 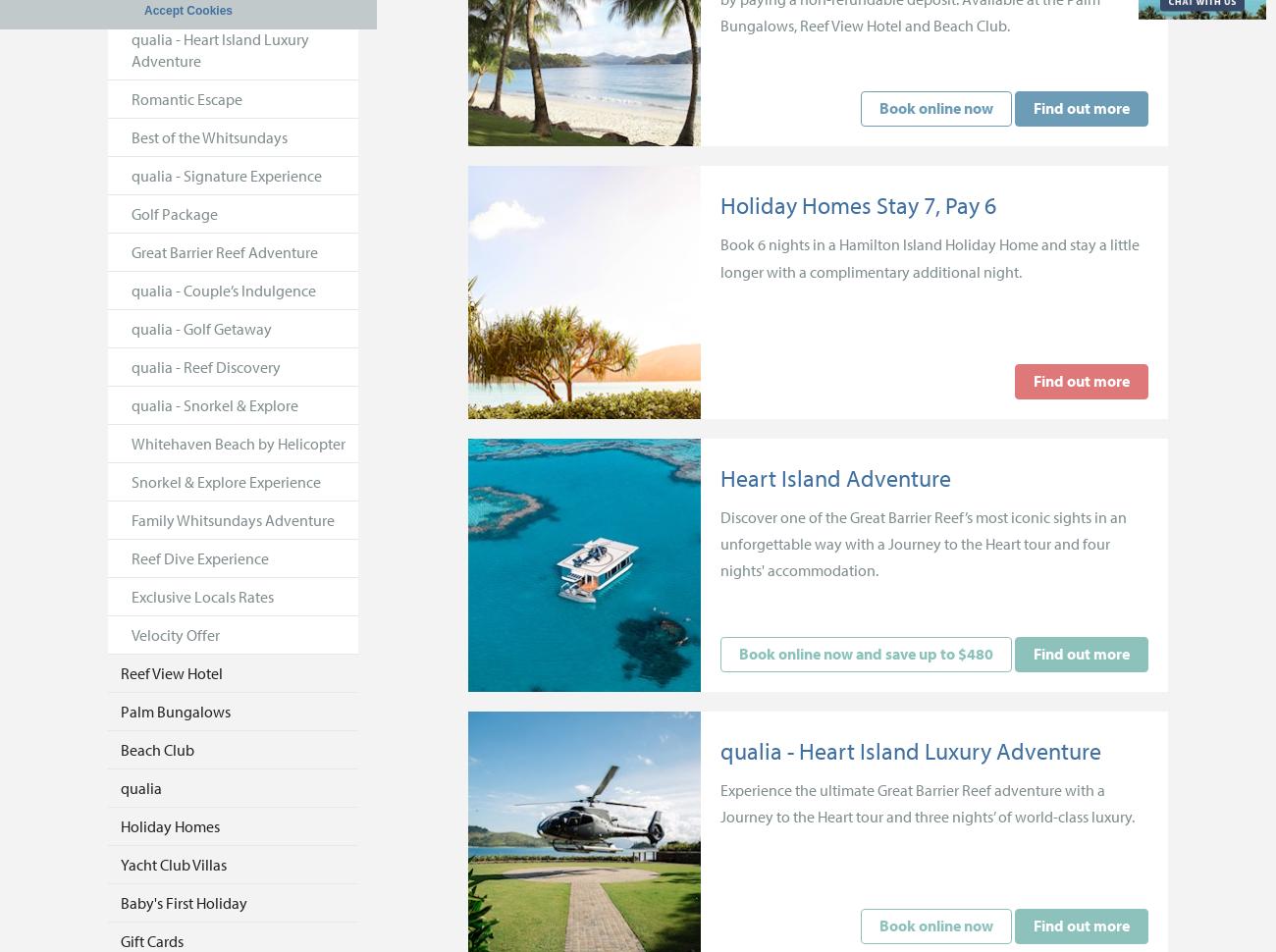 What do you see at coordinates (202, 596) in the screenshot?
I see `'Exclusive Locals Rates'` at bounding box center [202, 596].